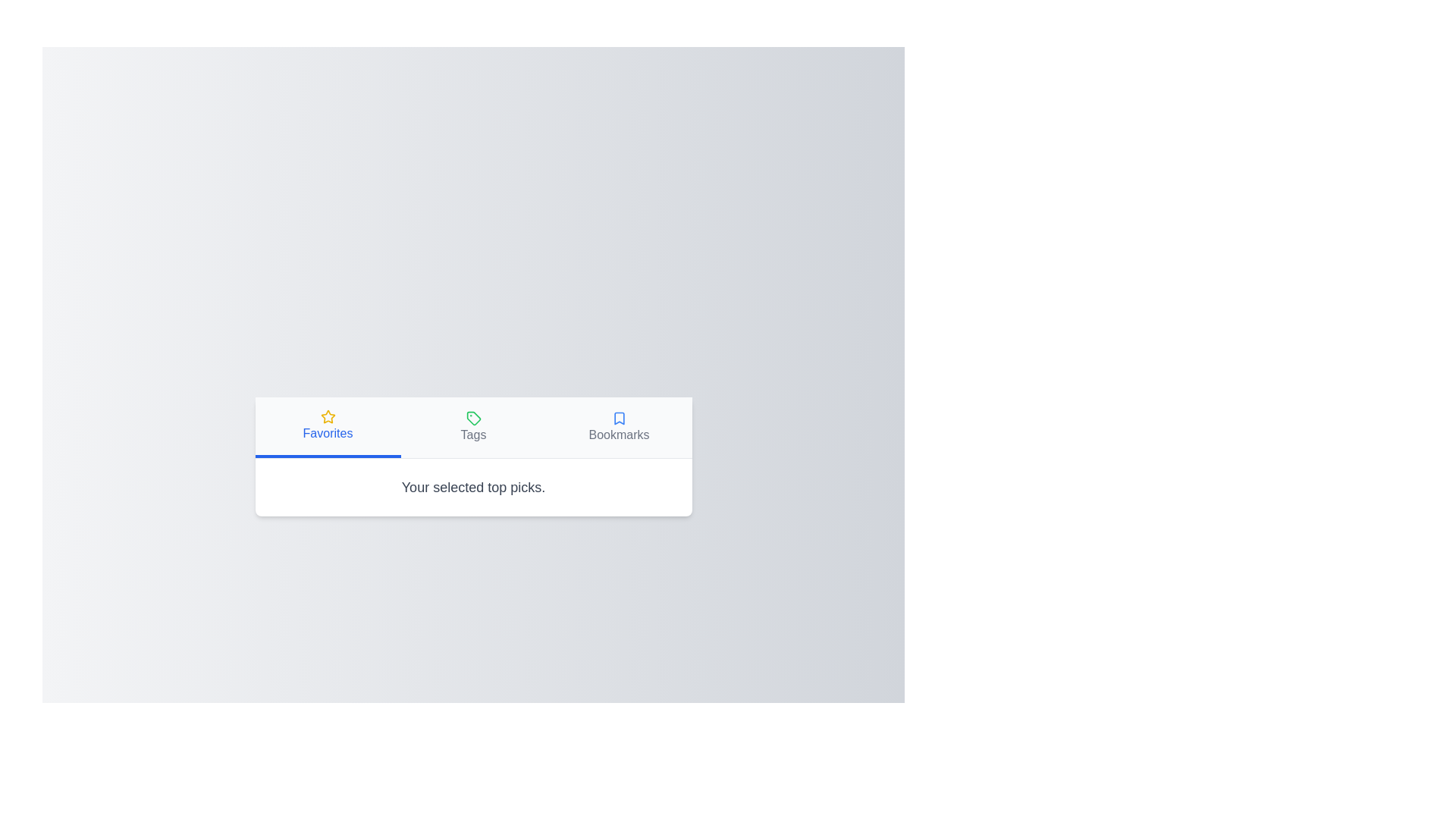 The width and height of the screenshot is (1456, 819). What do you see at coordinates (327, 427) in the screenshot?
I see `the tab labeled Favorites` at bounding box center [327, 427].